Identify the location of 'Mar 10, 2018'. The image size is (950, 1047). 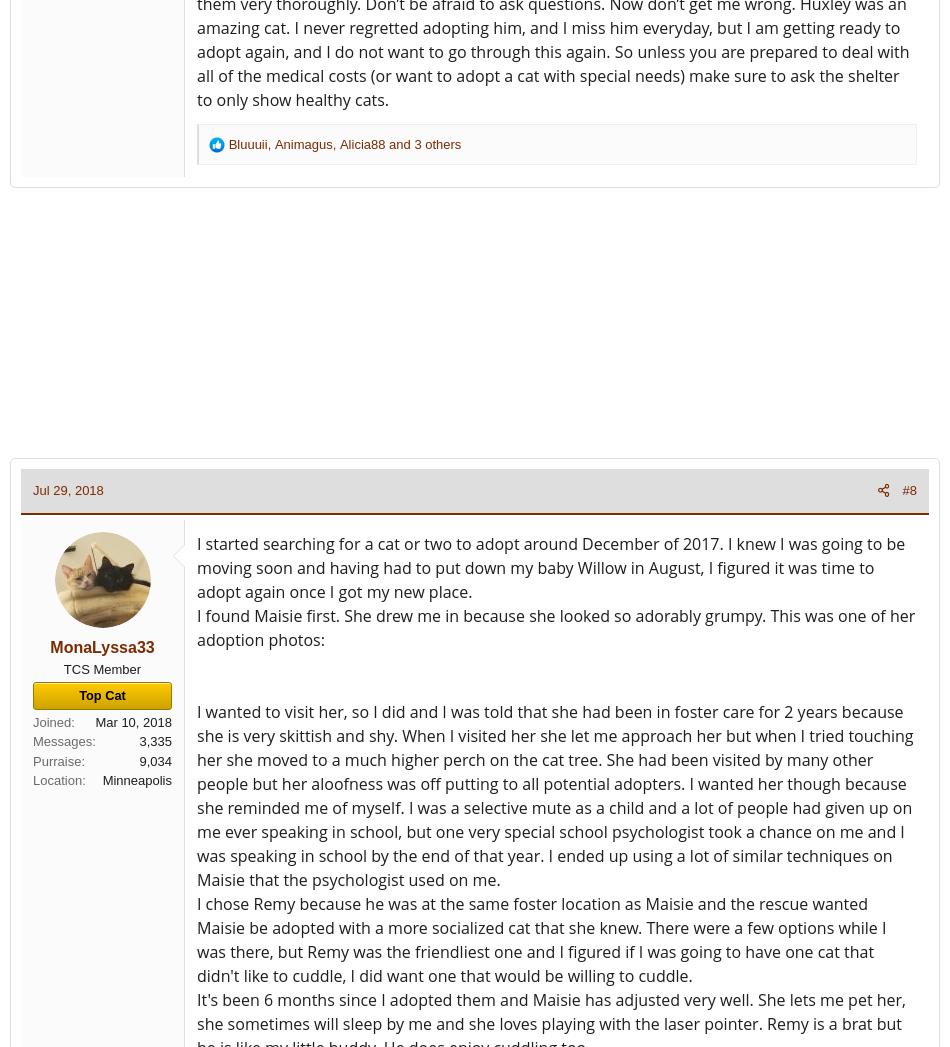
(133, 721).